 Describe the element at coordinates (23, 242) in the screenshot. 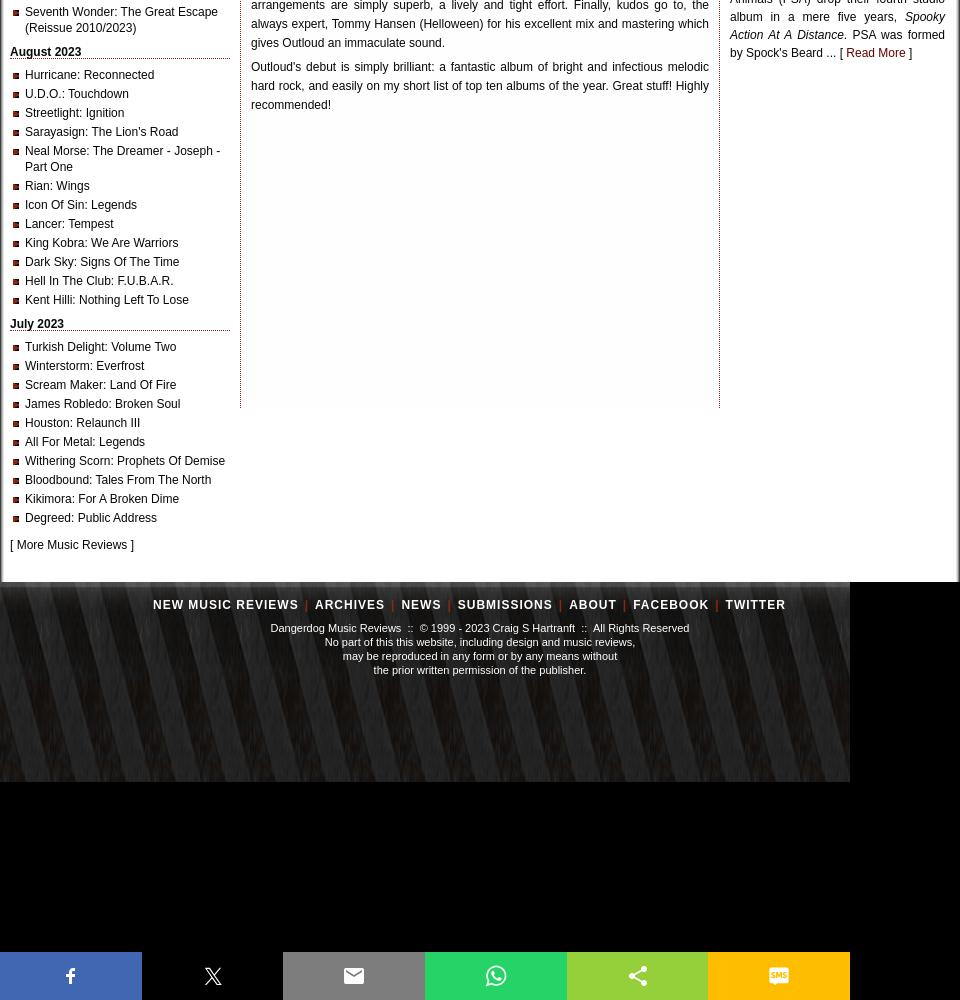

I see `'King Kobra'` at that location.